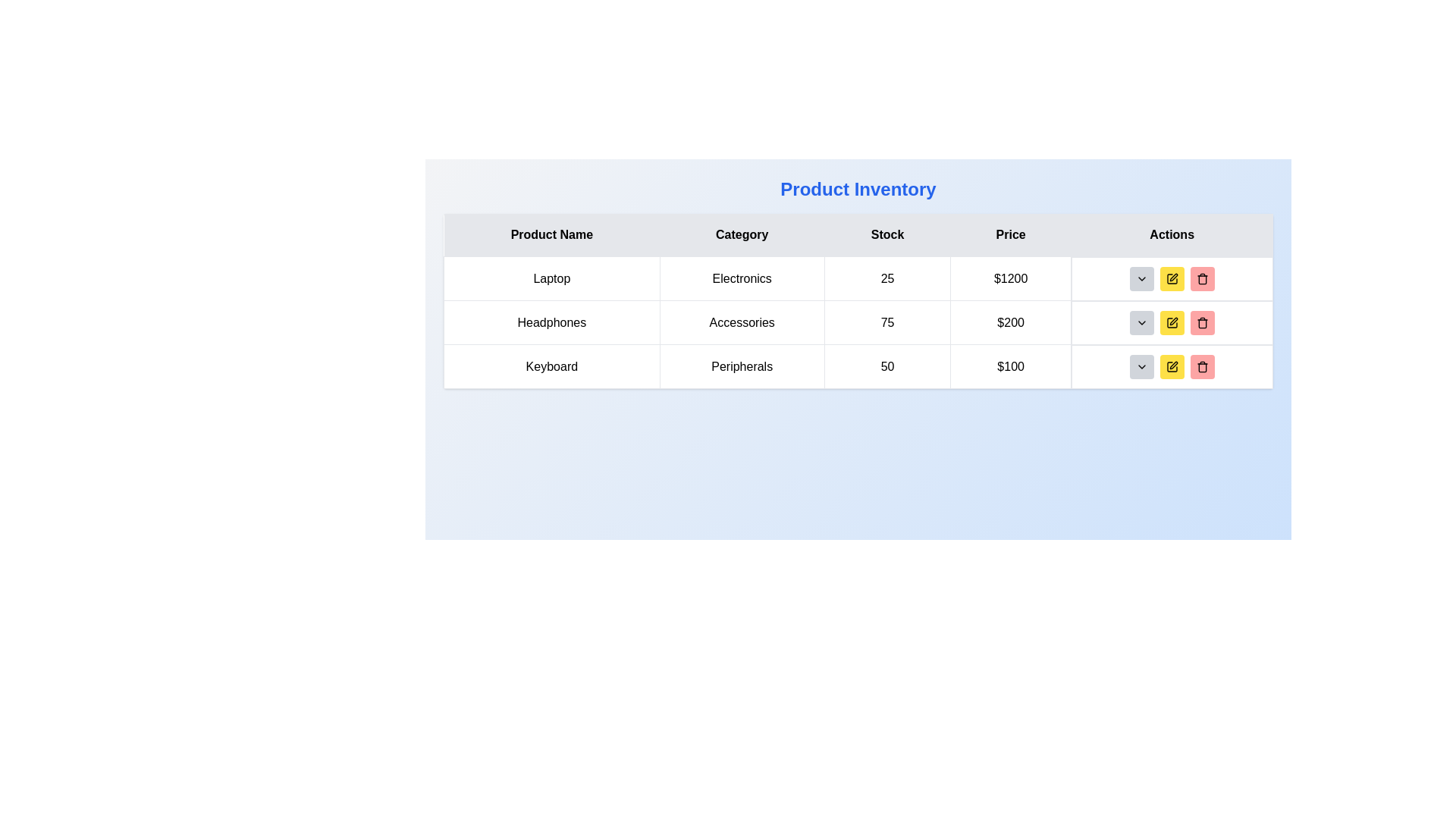  What do you see at coordinates (887, 322) in the screenshot?
I see `the Text display cell showing '75'` at bounding box center [887, 322].